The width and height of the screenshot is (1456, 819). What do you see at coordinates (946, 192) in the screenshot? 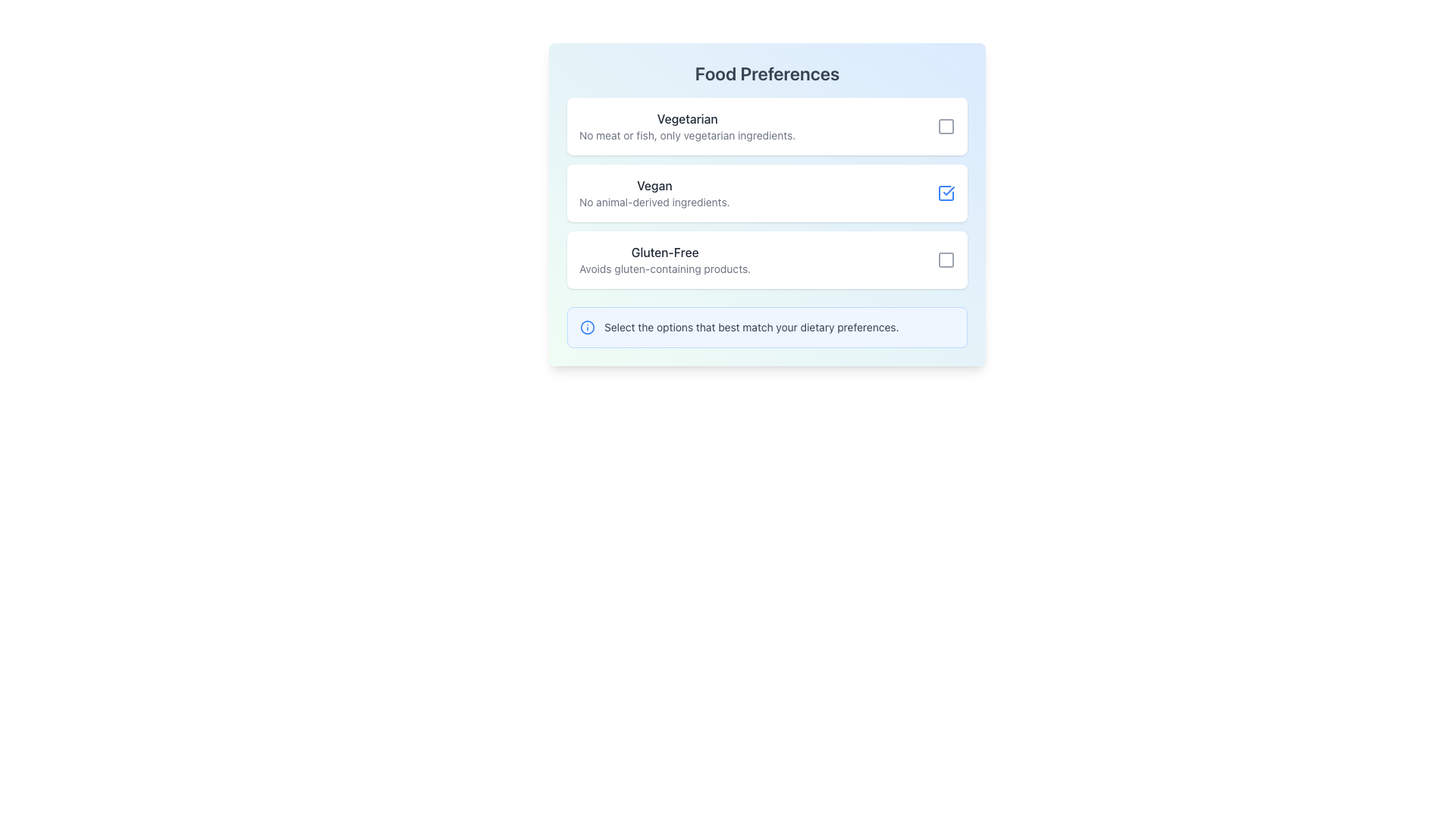
I see `the checkbox indicating the Vegan preference` at bounding box center [946, 192].